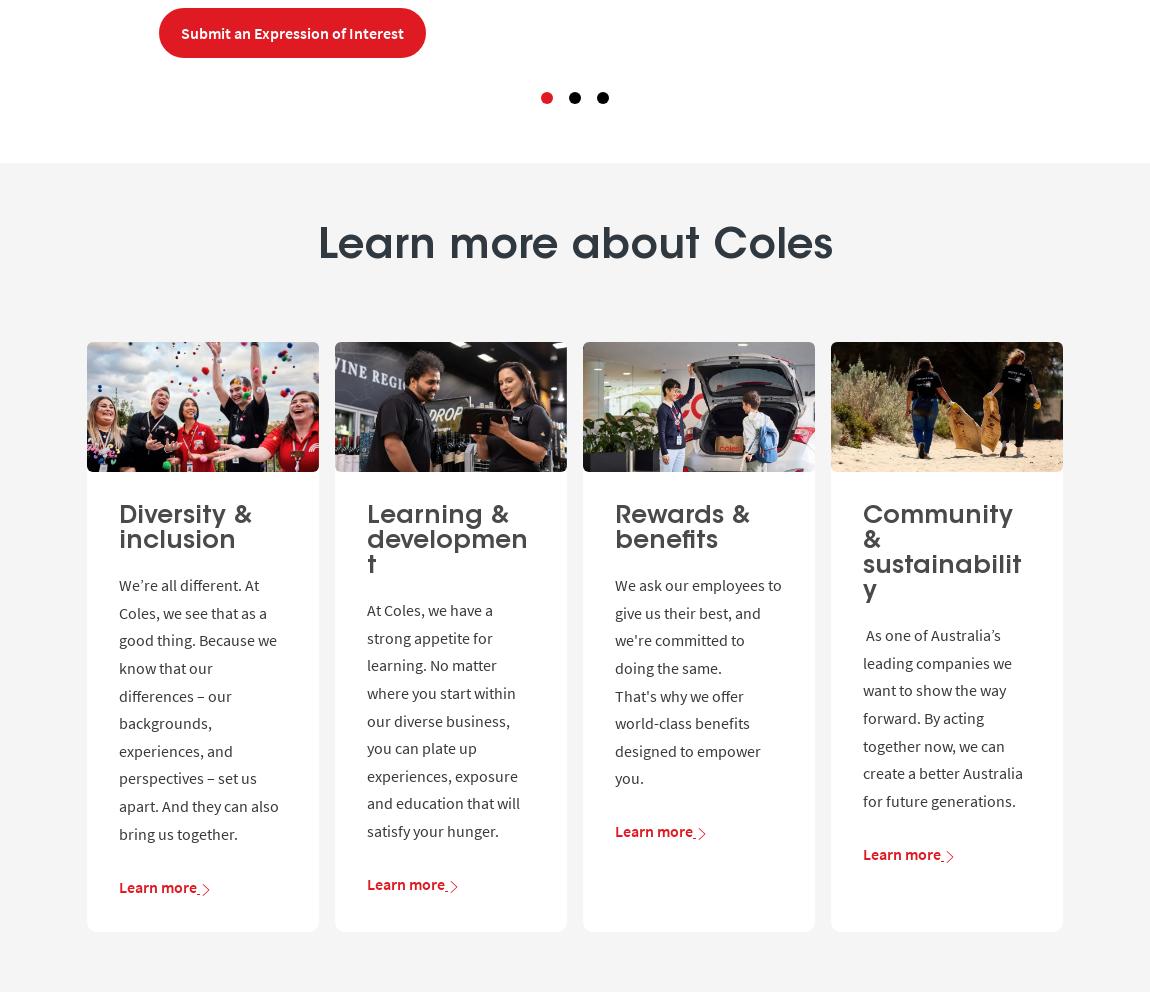 This screenshot has height=992, width=1150. I want to click on 'Diversity & inclusion', so click(184, 528).